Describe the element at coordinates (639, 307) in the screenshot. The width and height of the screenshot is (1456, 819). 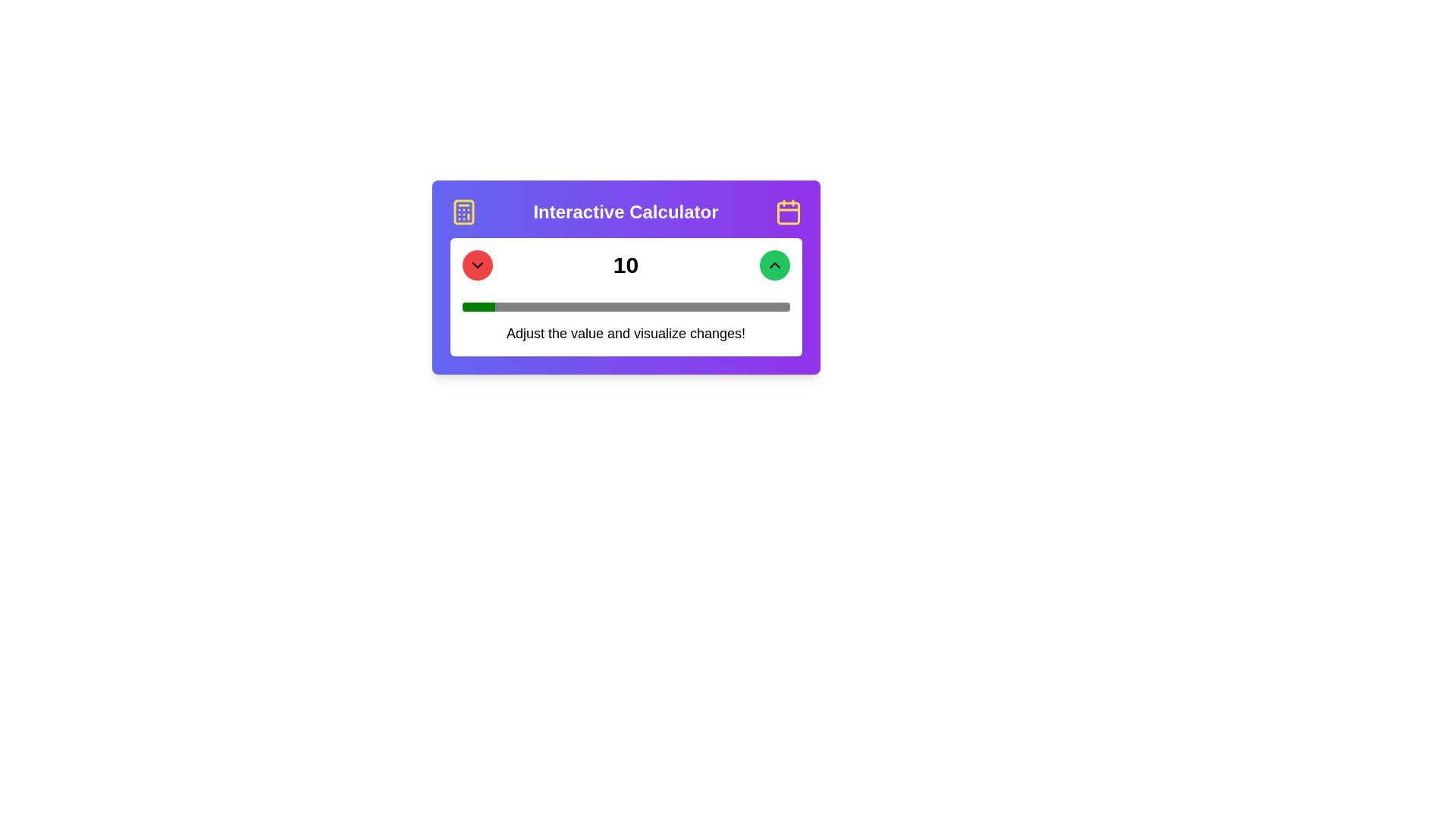
I see `the slider value` at that location.